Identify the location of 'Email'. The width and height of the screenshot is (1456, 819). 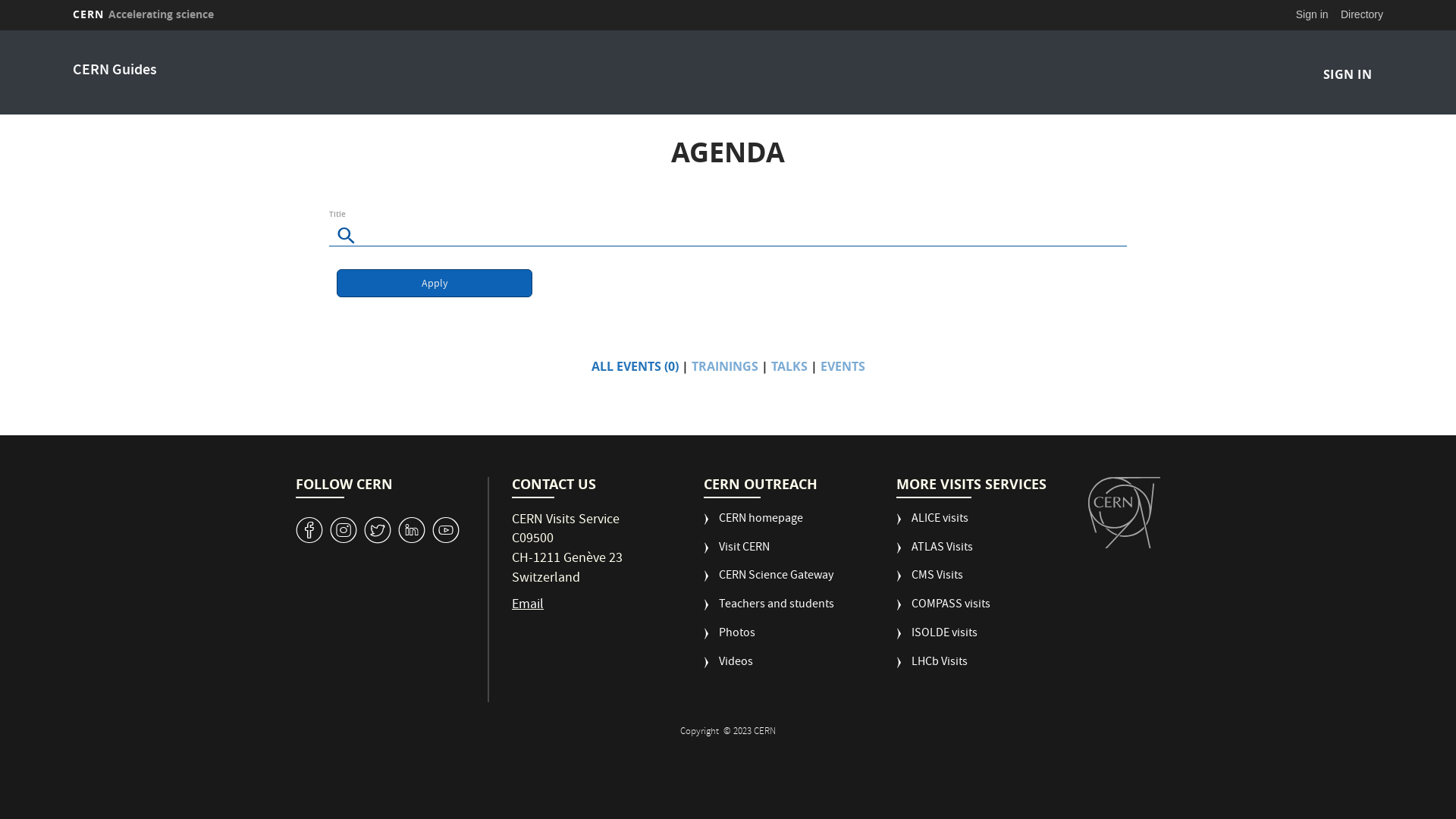
(512, 604).